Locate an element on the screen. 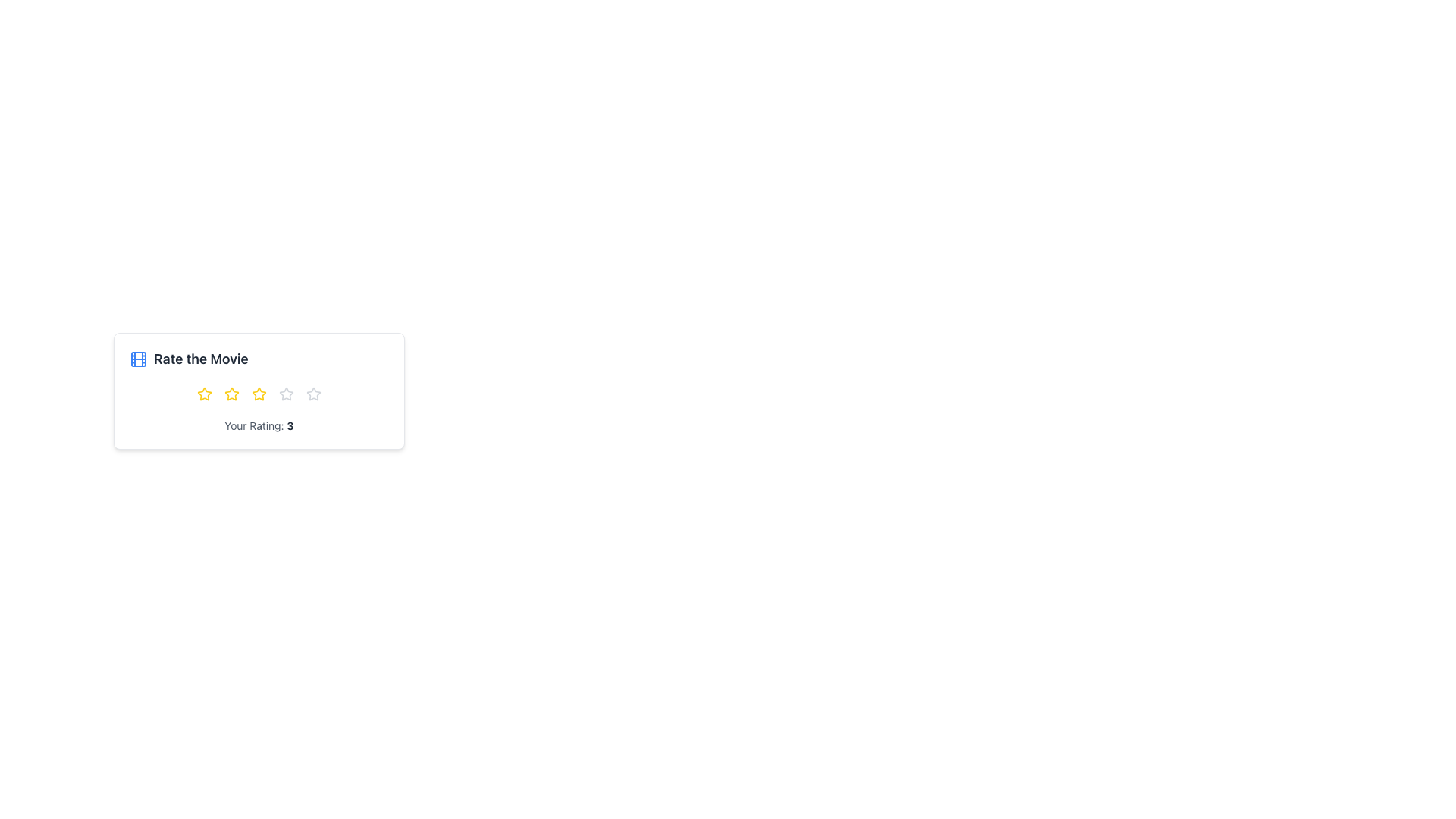 This screenshot has height=819, width=1456. the fifth star icon in the rating system under the 'Rate the Movie' label is located at coordinates (312, 394).